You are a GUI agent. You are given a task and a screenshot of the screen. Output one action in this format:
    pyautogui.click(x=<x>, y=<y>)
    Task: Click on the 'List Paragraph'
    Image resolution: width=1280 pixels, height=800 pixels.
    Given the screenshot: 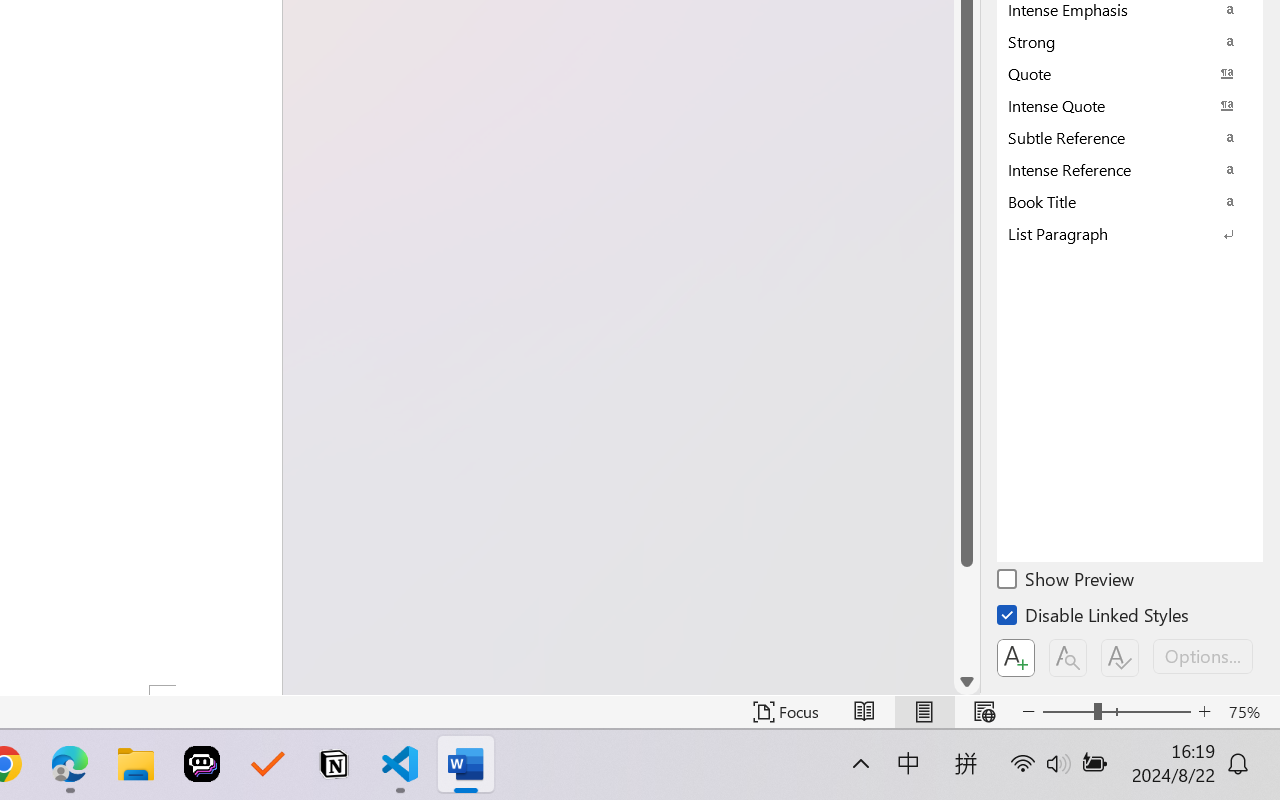 What is the action you would take?
    pyautogui.click(x=1130, y=233)
    